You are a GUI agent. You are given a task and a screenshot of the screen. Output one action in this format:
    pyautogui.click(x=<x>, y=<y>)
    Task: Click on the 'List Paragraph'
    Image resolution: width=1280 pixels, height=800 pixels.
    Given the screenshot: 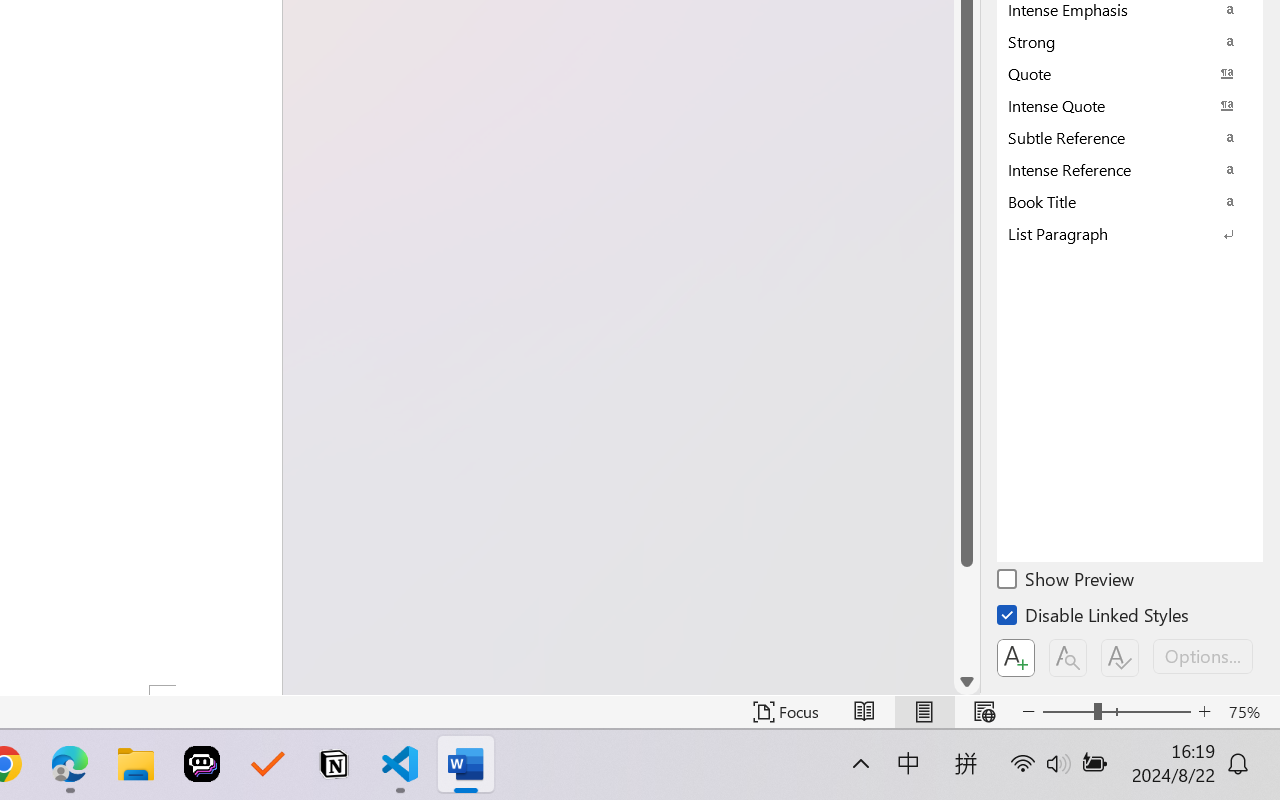 What is the action you would take?
    pyautogui.click(x=1130, y=233)
    